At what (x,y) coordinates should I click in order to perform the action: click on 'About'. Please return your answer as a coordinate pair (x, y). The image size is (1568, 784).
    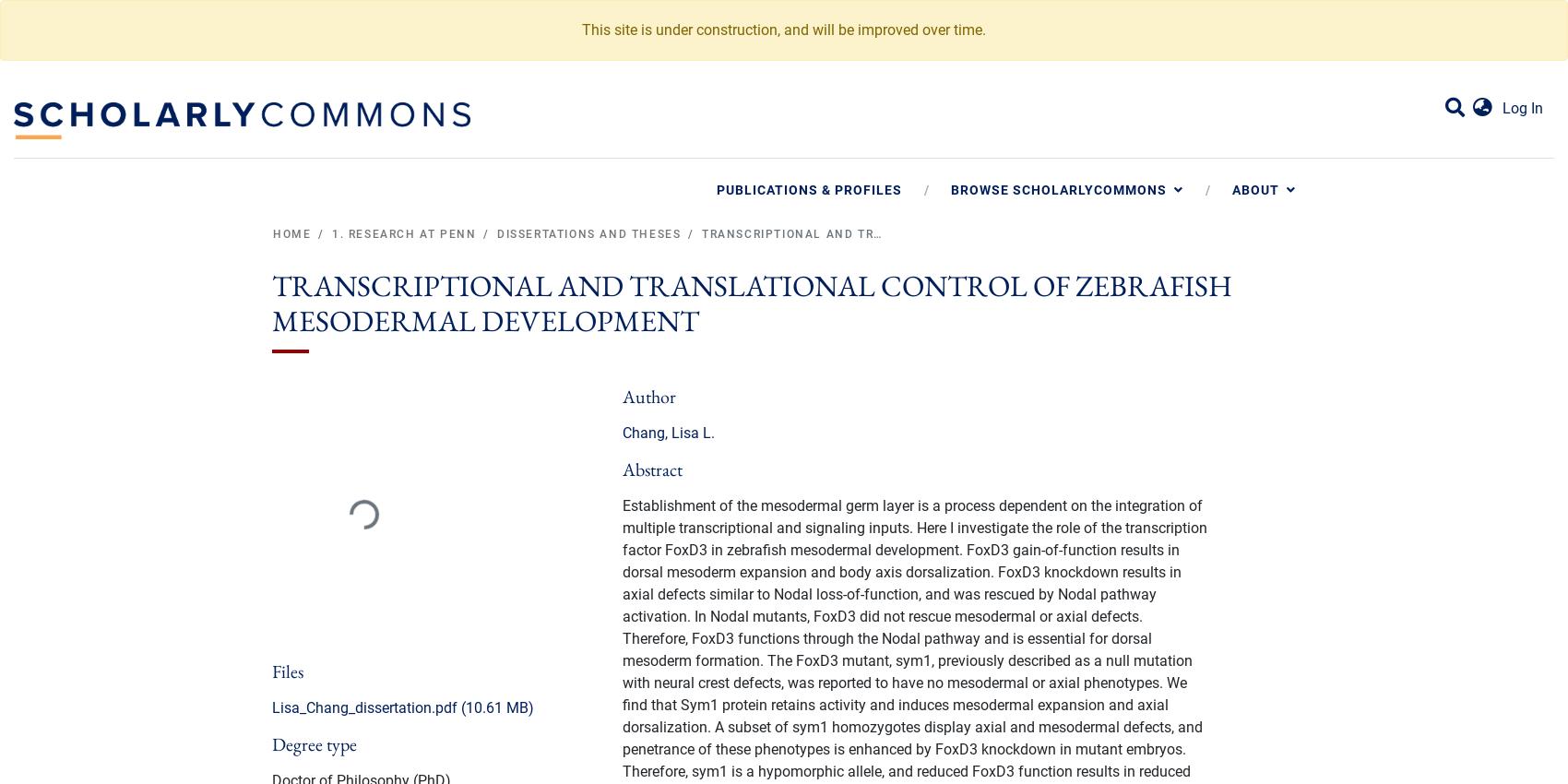
    Looking at the image, I should click on (1232, 188).